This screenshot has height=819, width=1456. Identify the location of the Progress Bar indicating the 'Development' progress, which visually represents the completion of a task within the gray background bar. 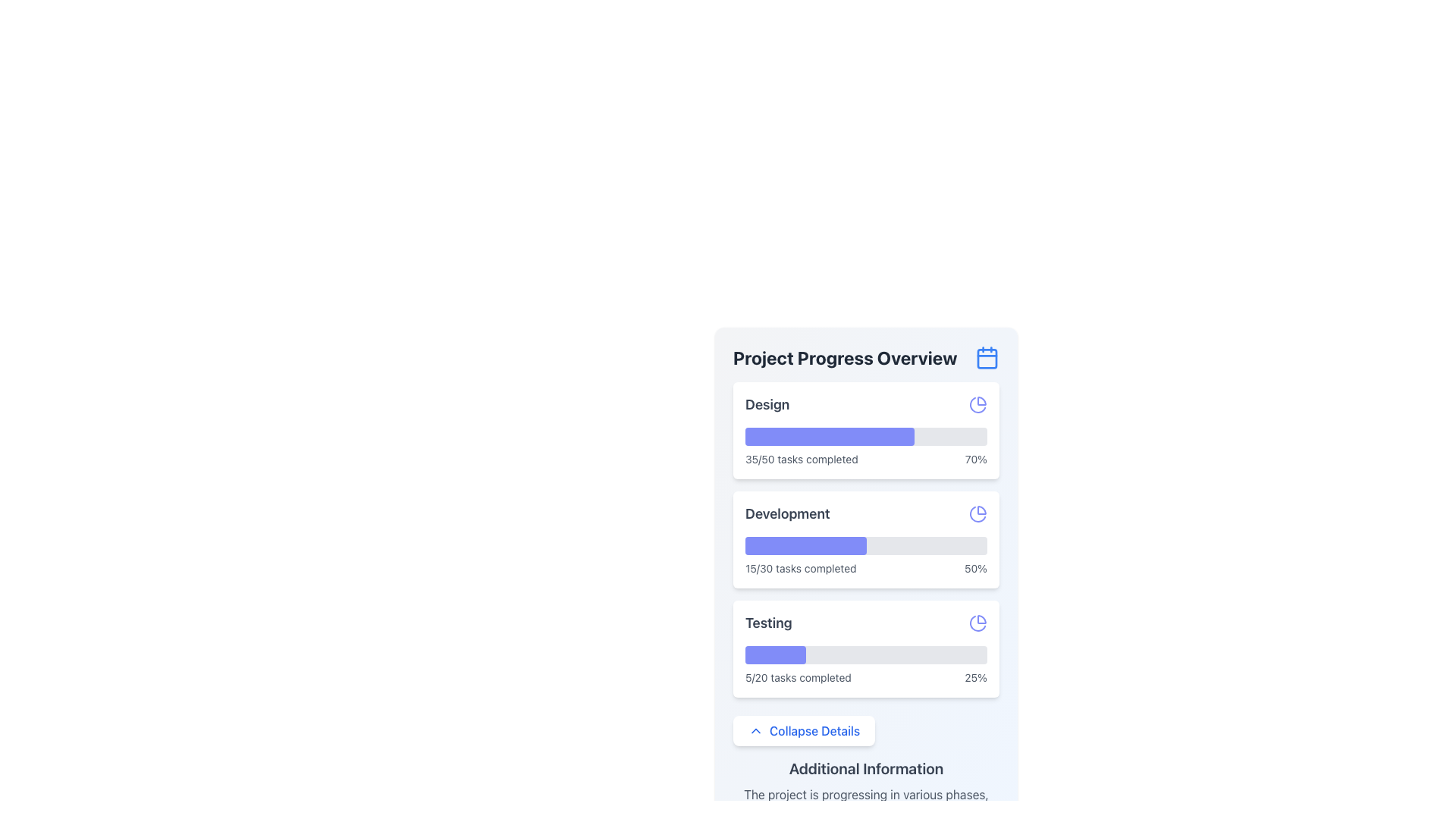
(805, 546).